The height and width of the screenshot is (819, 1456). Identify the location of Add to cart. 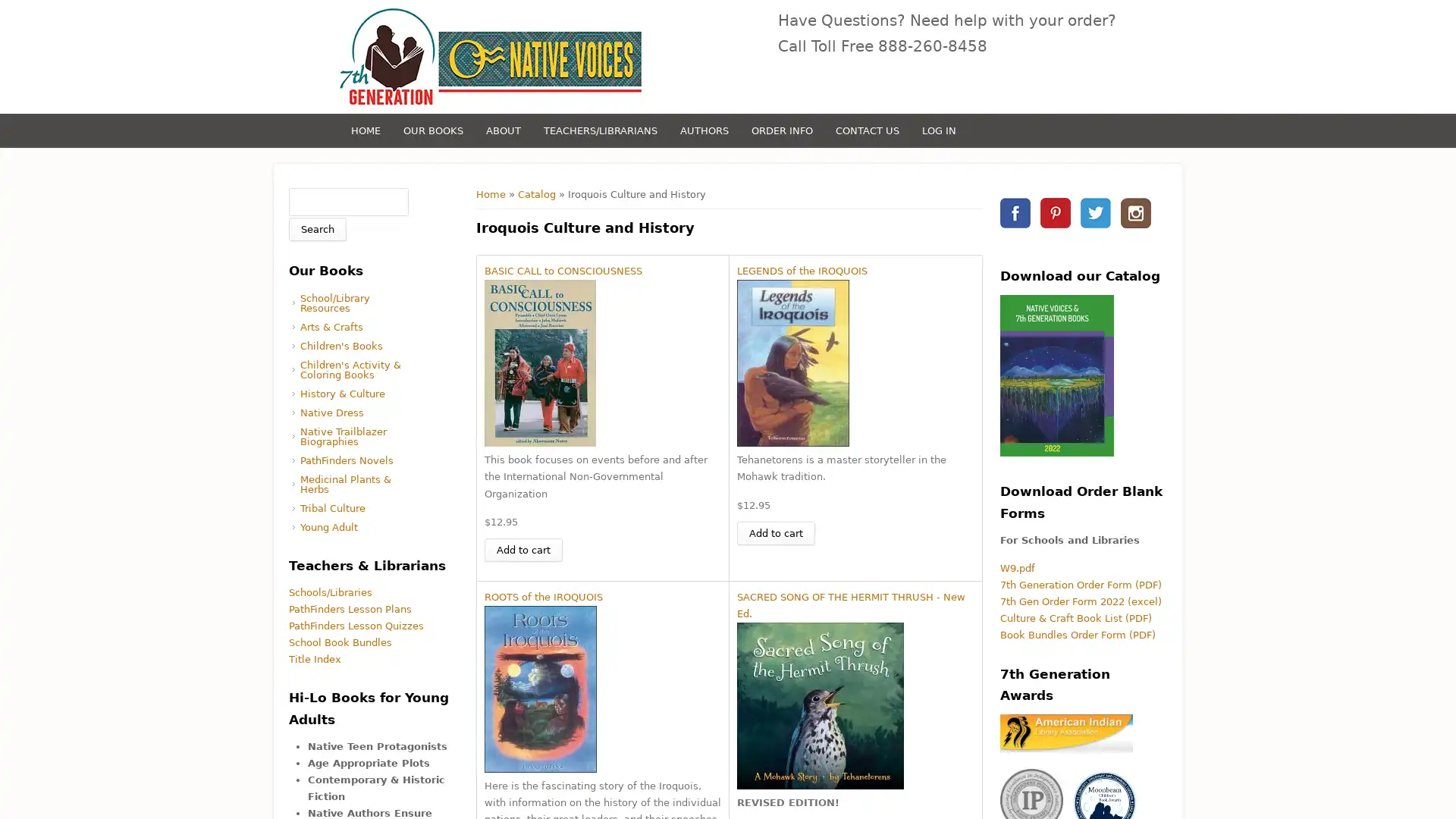
(523, 549).